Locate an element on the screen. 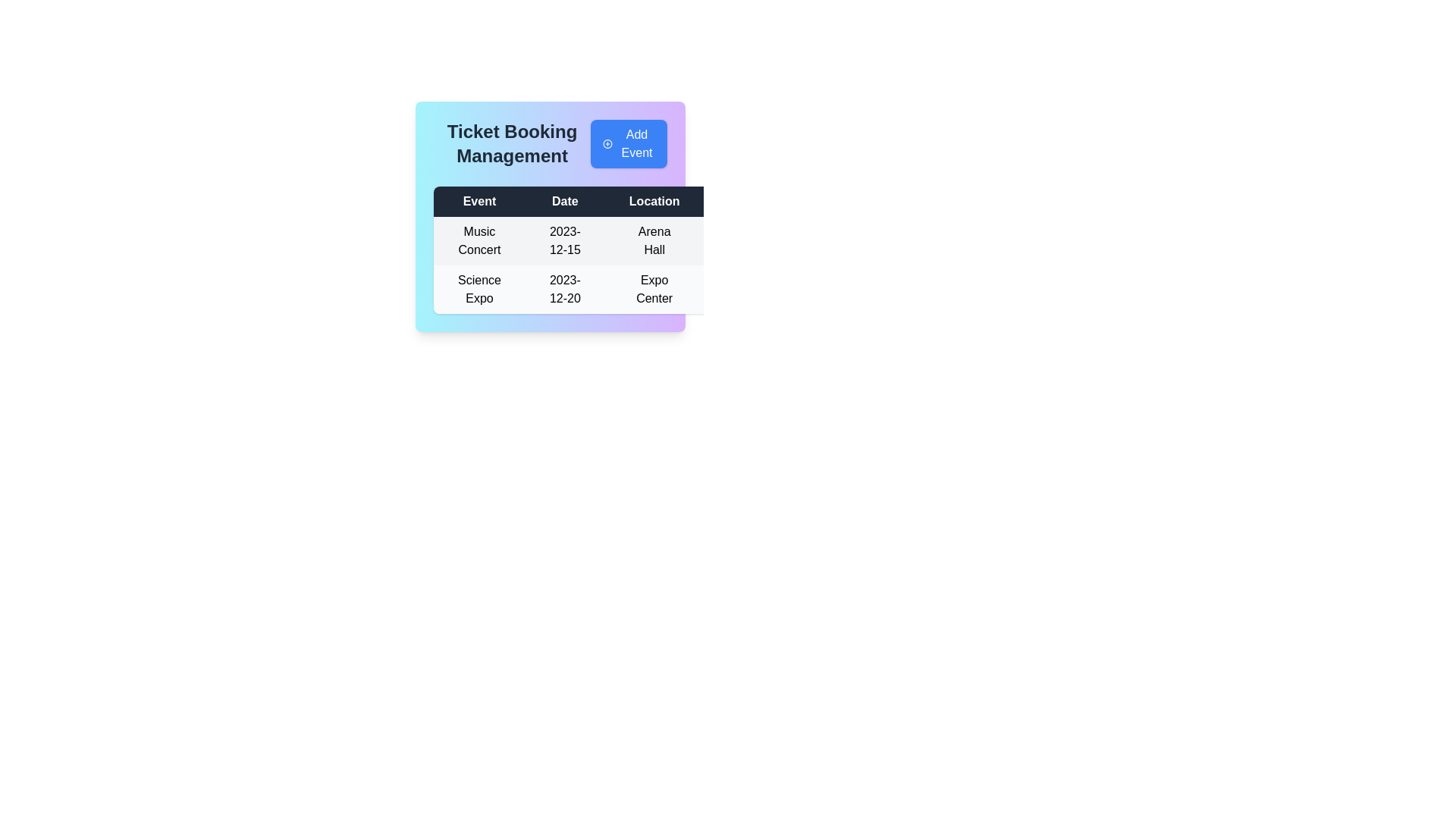  the header label identifying the 'Event' column in the tabular structure is located at coordinates (479, 201).